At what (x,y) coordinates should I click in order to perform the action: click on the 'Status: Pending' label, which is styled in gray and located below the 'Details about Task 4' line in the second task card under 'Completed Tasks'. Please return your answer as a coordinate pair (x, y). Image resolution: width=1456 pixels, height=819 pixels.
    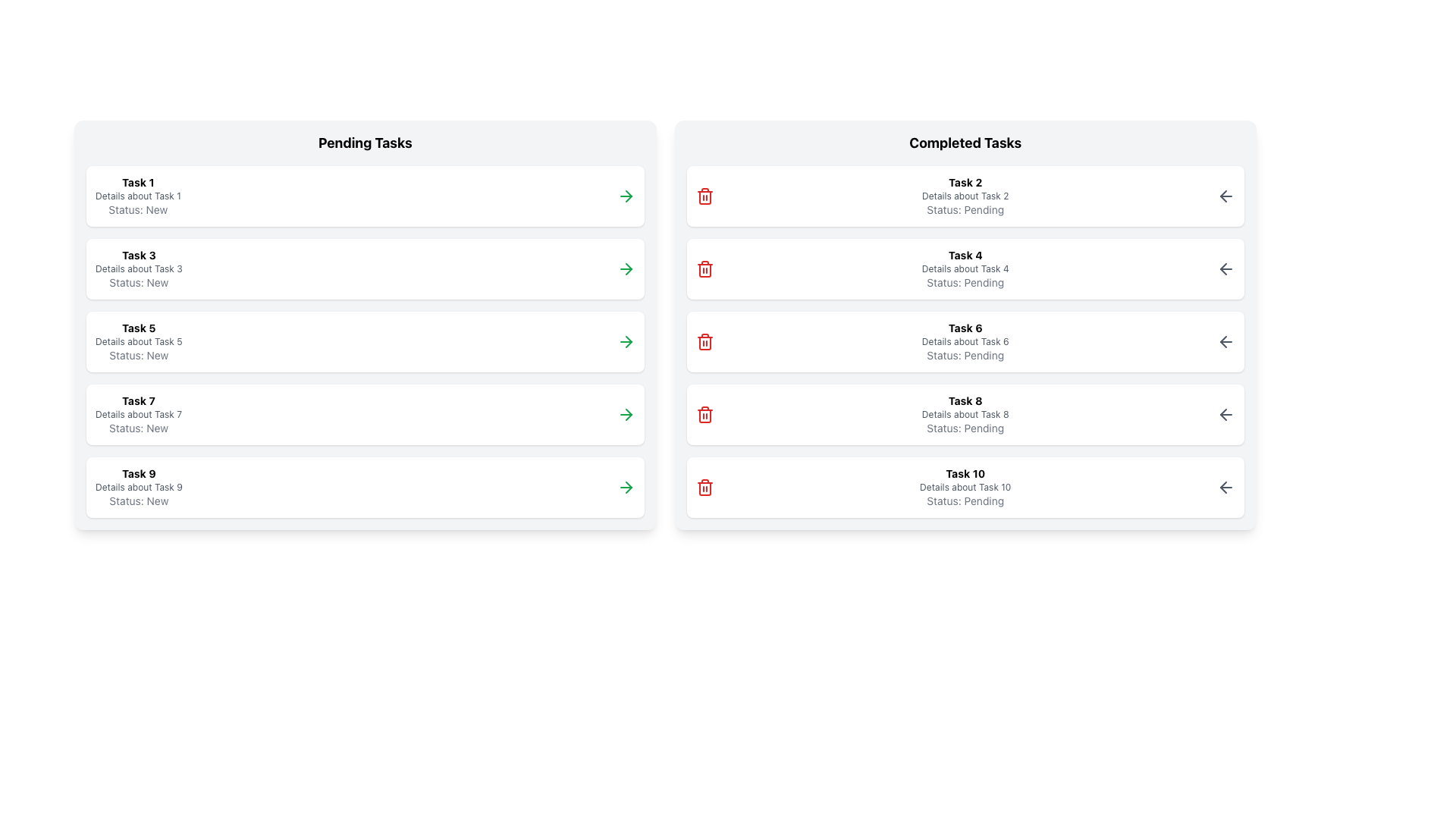
    Looking at the image, I should click on (965, 282).